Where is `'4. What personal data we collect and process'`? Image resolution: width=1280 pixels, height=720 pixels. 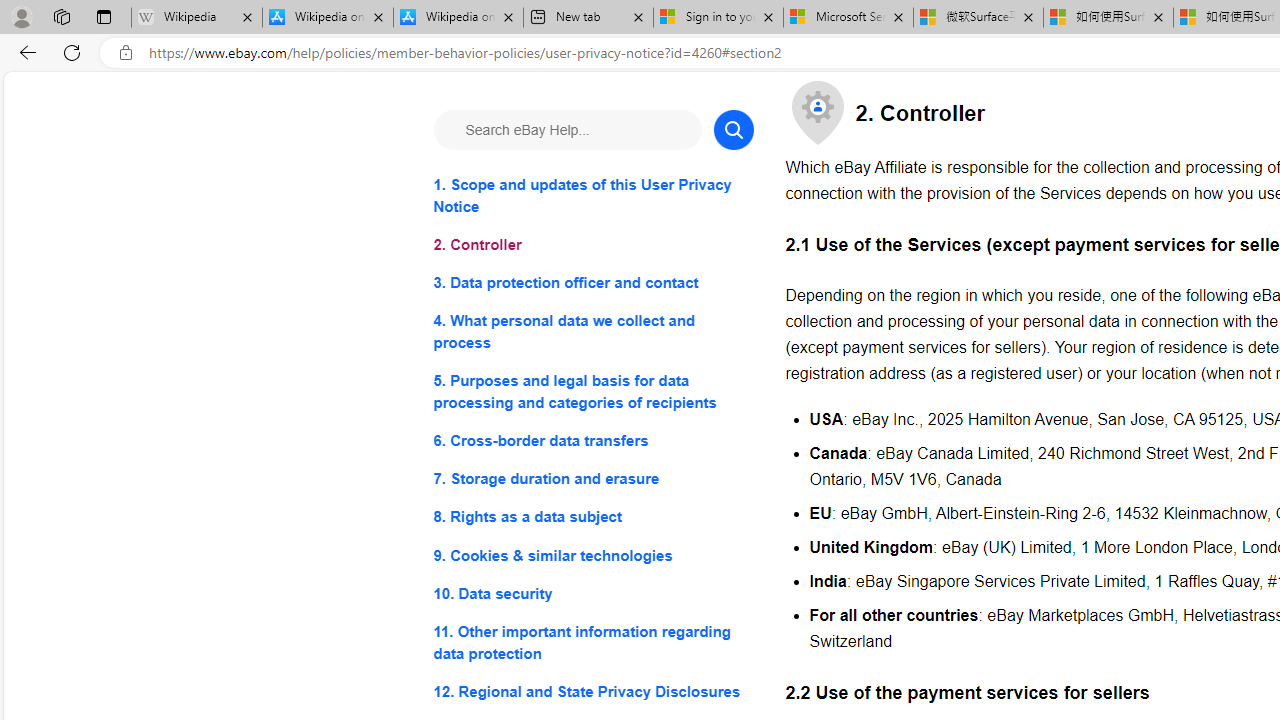
'4. What personal data we collect and process' is located at coordinates (592, 331).